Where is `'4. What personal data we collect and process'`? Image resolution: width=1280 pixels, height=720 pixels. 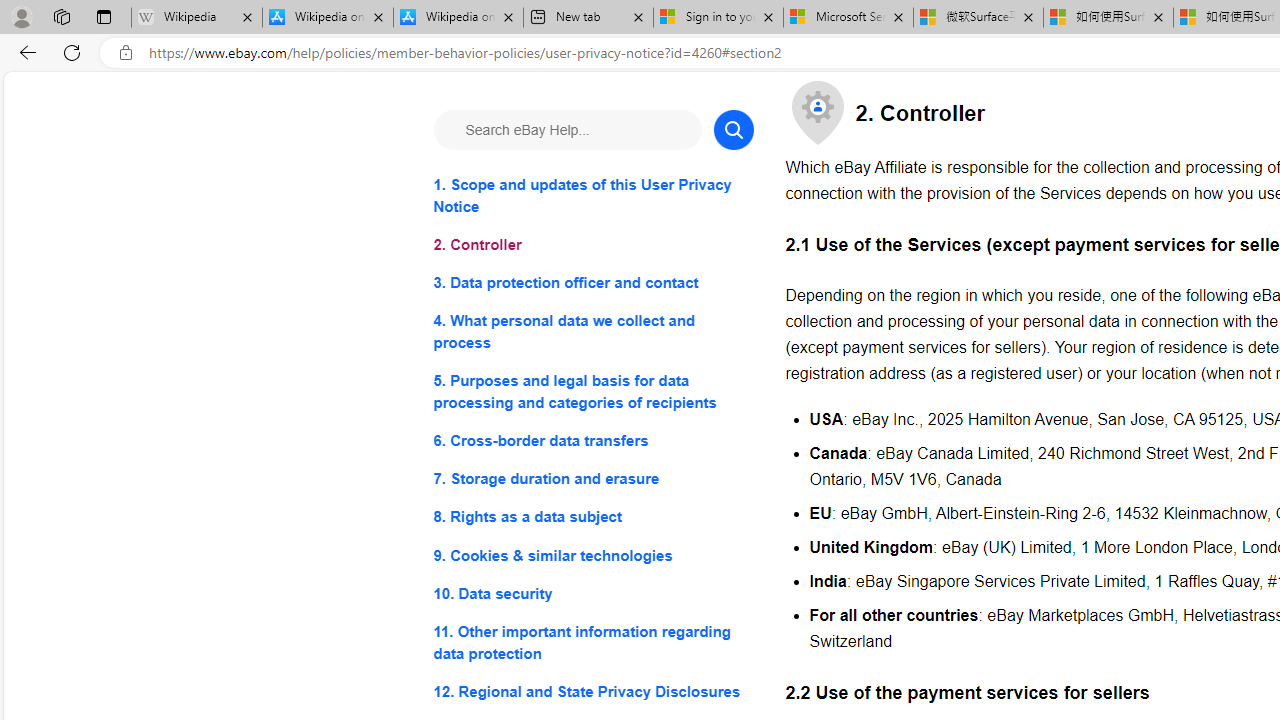
'4. What personal data we collect and process' is located at coordinates (592, 331).